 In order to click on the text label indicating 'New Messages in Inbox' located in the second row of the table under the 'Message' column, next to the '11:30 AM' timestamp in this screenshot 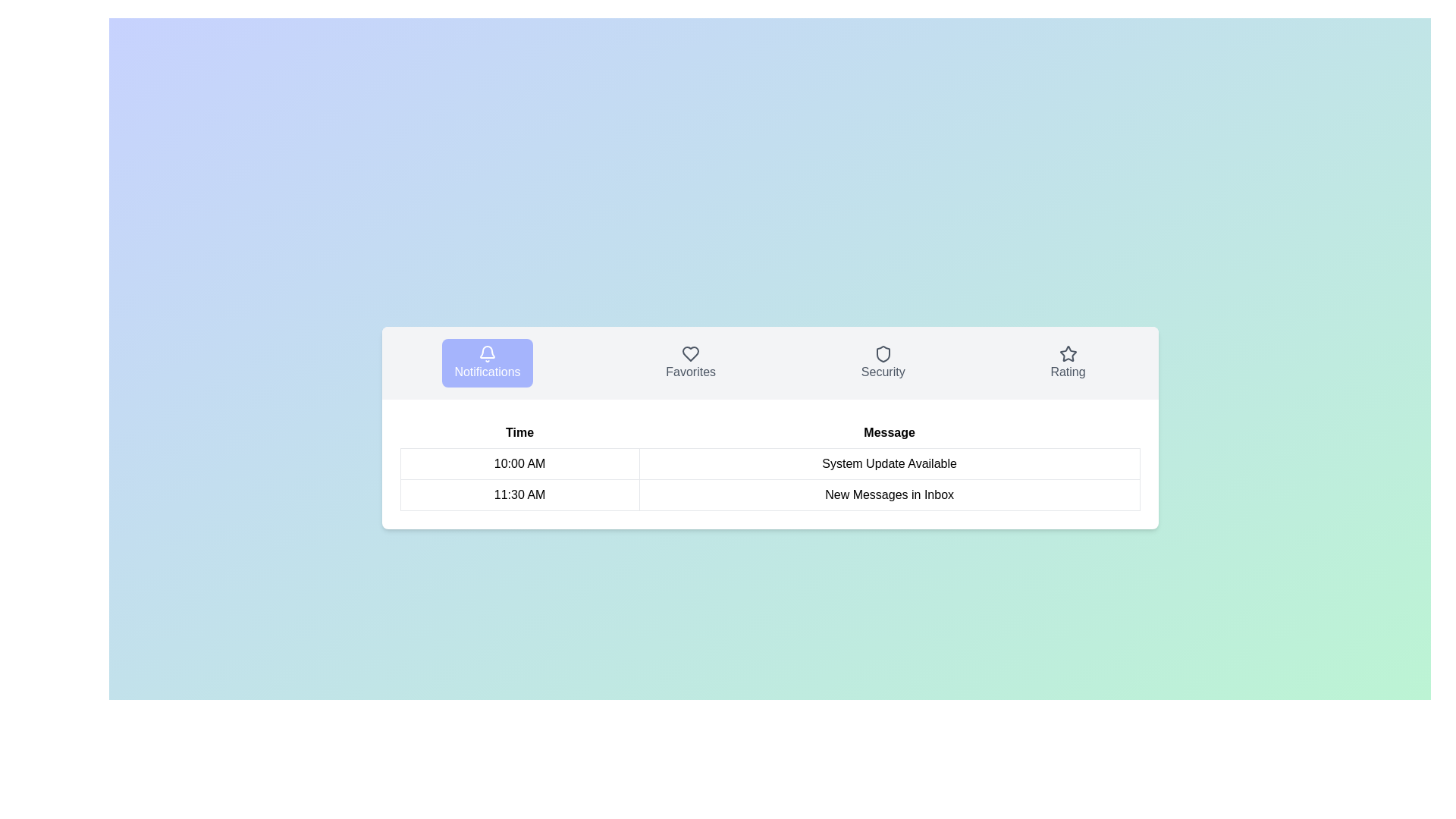, I will do `click(890, 494)`.